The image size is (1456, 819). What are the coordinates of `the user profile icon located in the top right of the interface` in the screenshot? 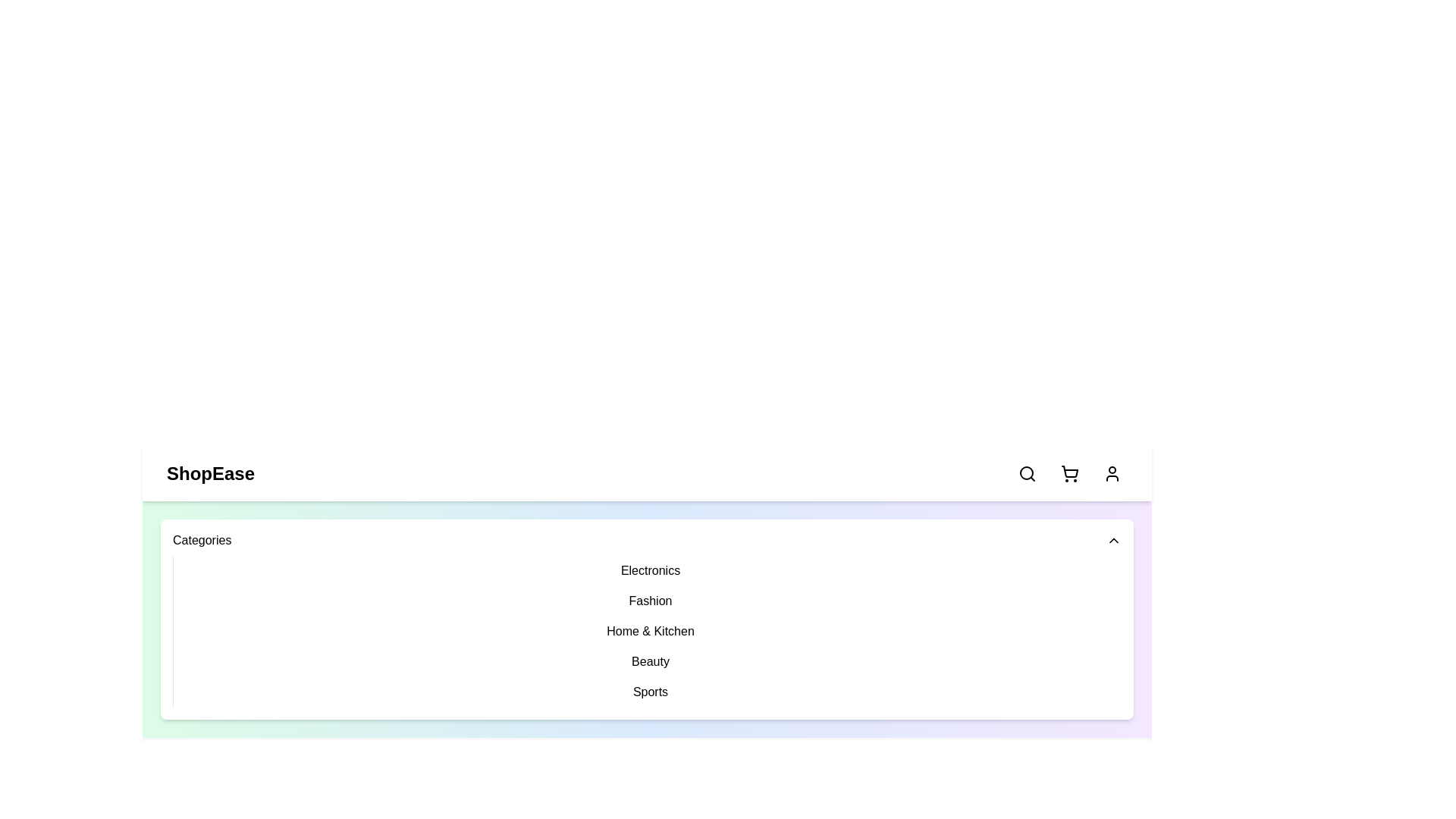 It's located at (1112, 472).